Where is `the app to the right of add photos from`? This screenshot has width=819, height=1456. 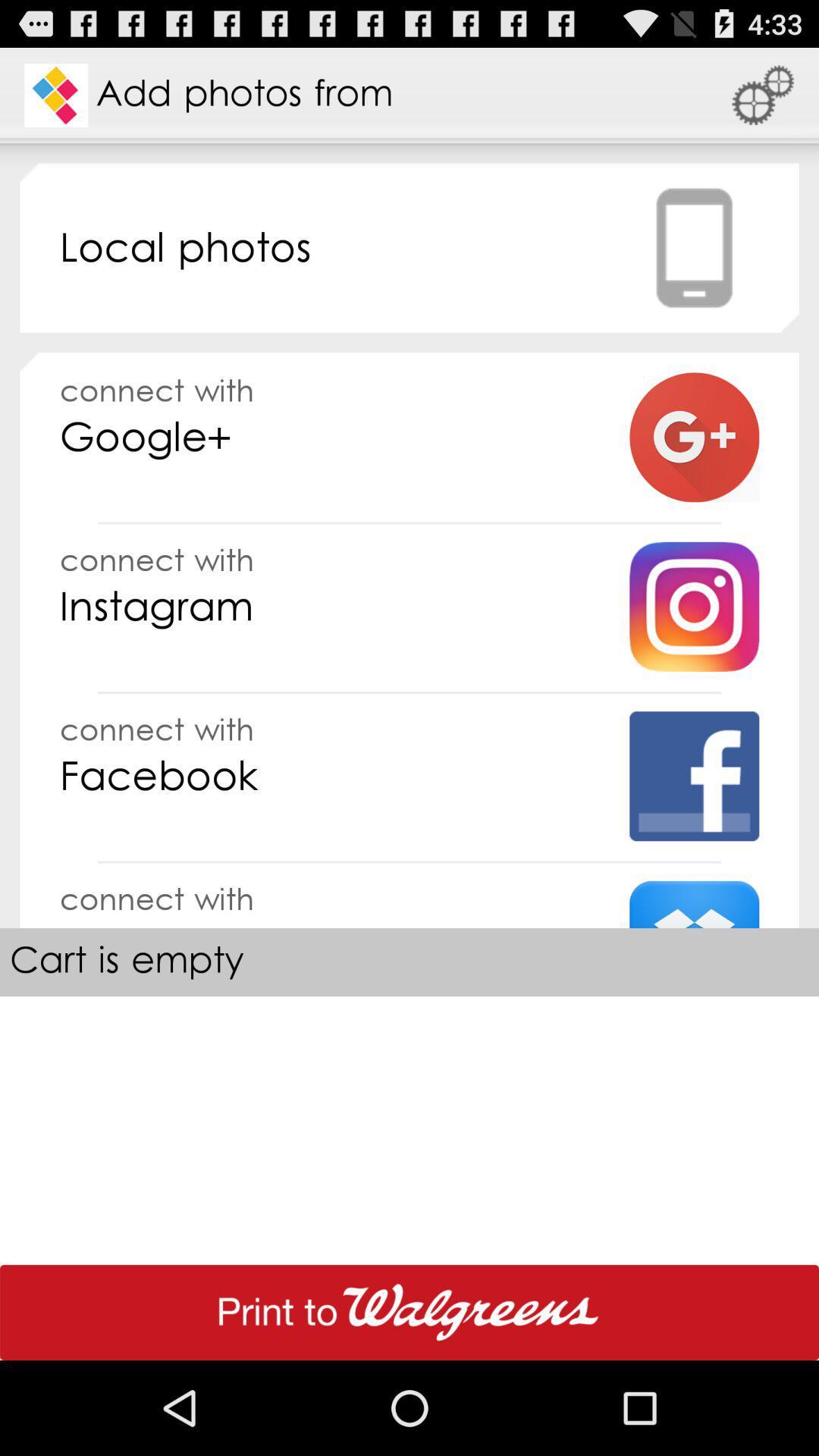
the app to the right of add photos from is located at coordinates (763, 94).